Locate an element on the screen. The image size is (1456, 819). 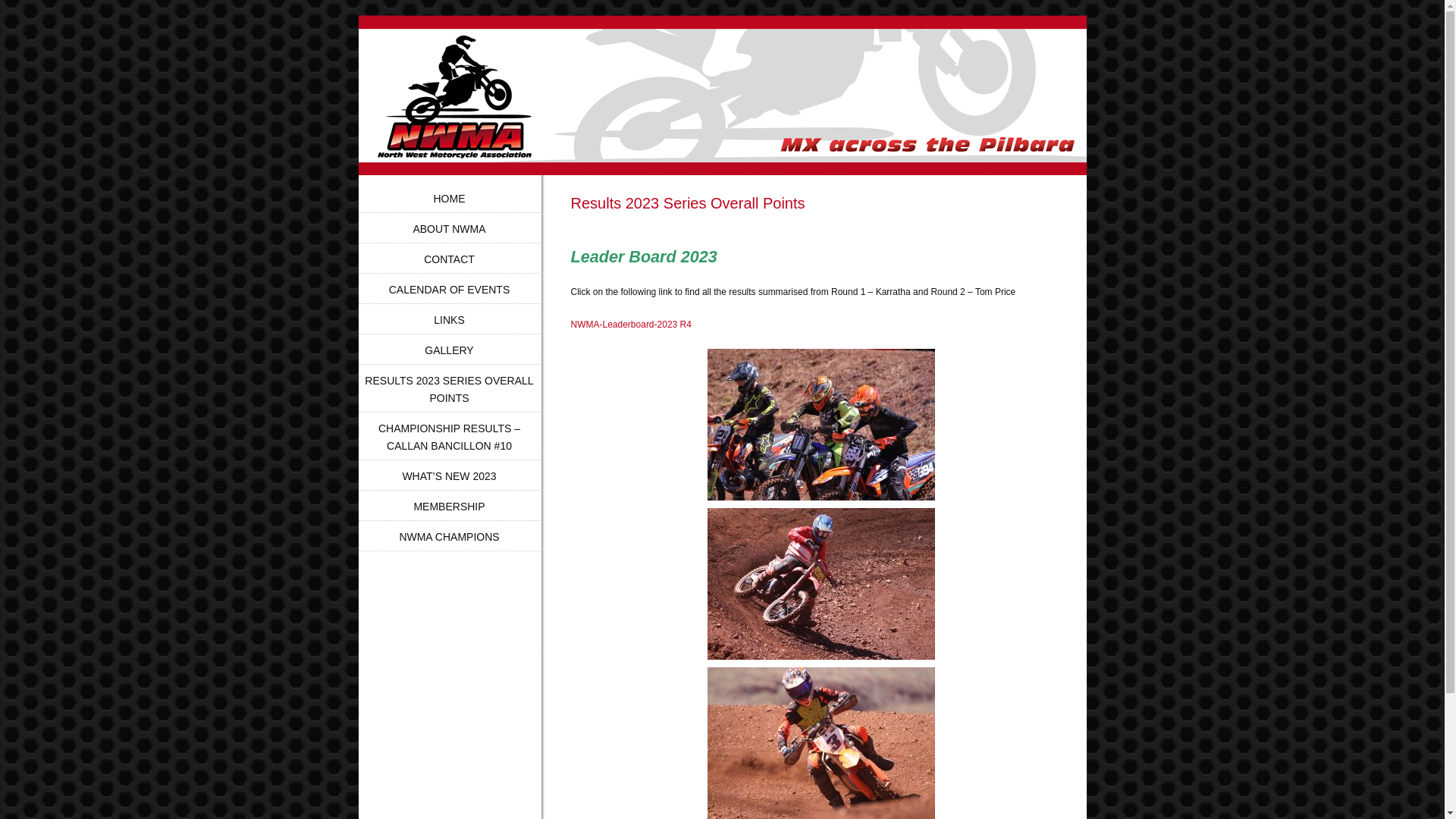
'GALLERY' is located at coordinates (447, 350).